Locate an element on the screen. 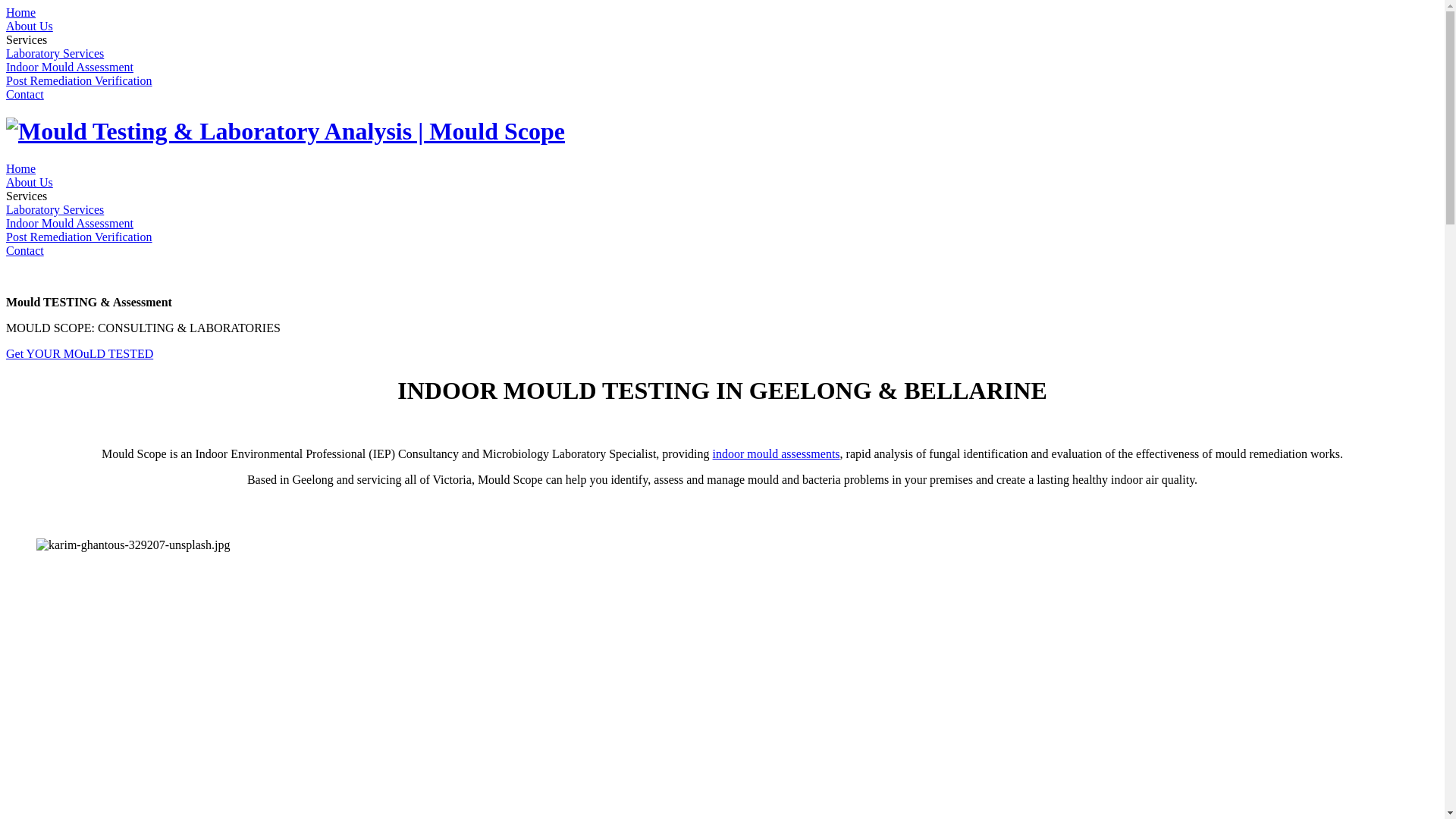 The image size is (1456, 819). 'Contact' is located at coordinates (25, 249).